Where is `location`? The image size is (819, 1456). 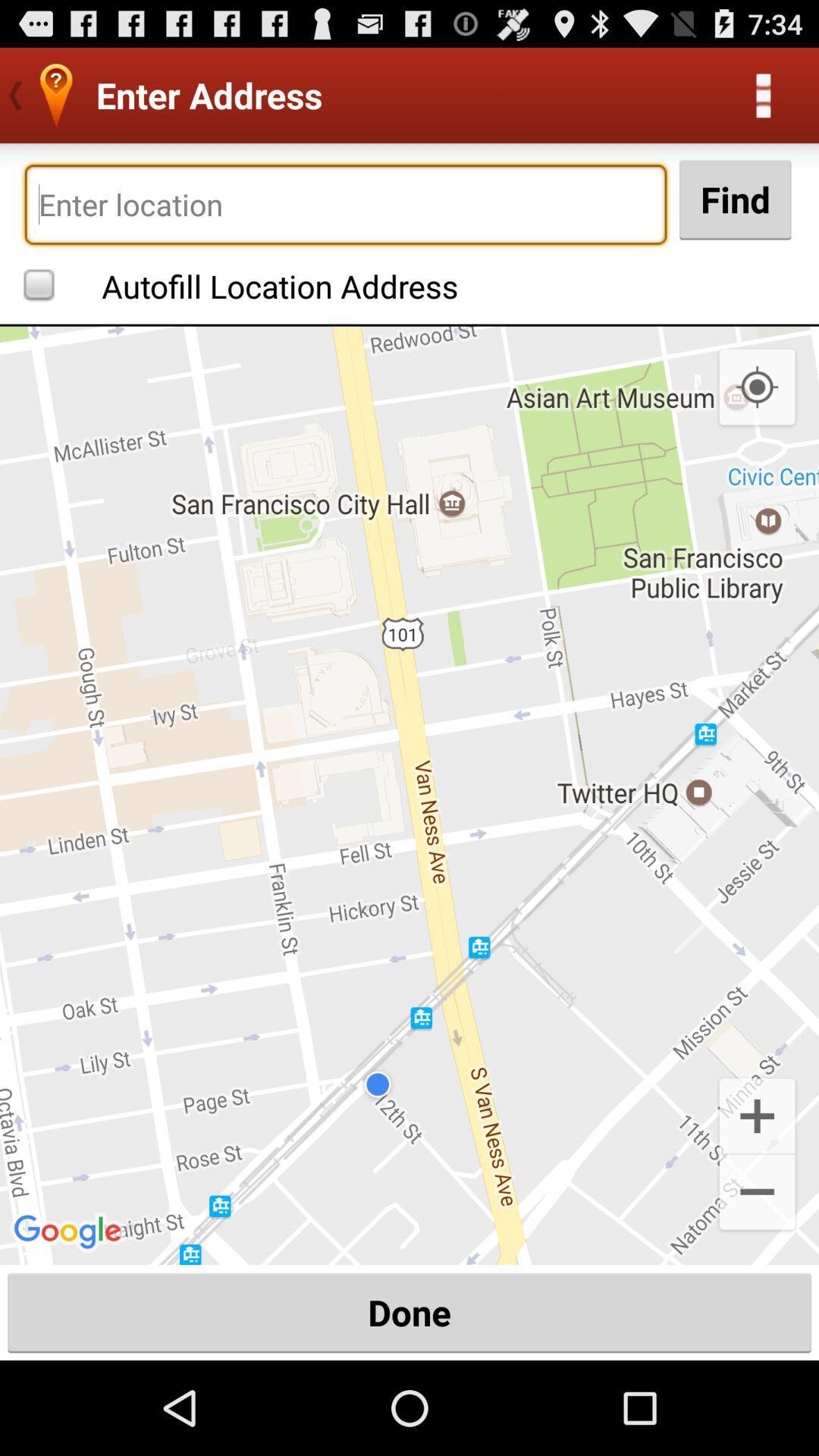
location is located at coordinates (345, 203).